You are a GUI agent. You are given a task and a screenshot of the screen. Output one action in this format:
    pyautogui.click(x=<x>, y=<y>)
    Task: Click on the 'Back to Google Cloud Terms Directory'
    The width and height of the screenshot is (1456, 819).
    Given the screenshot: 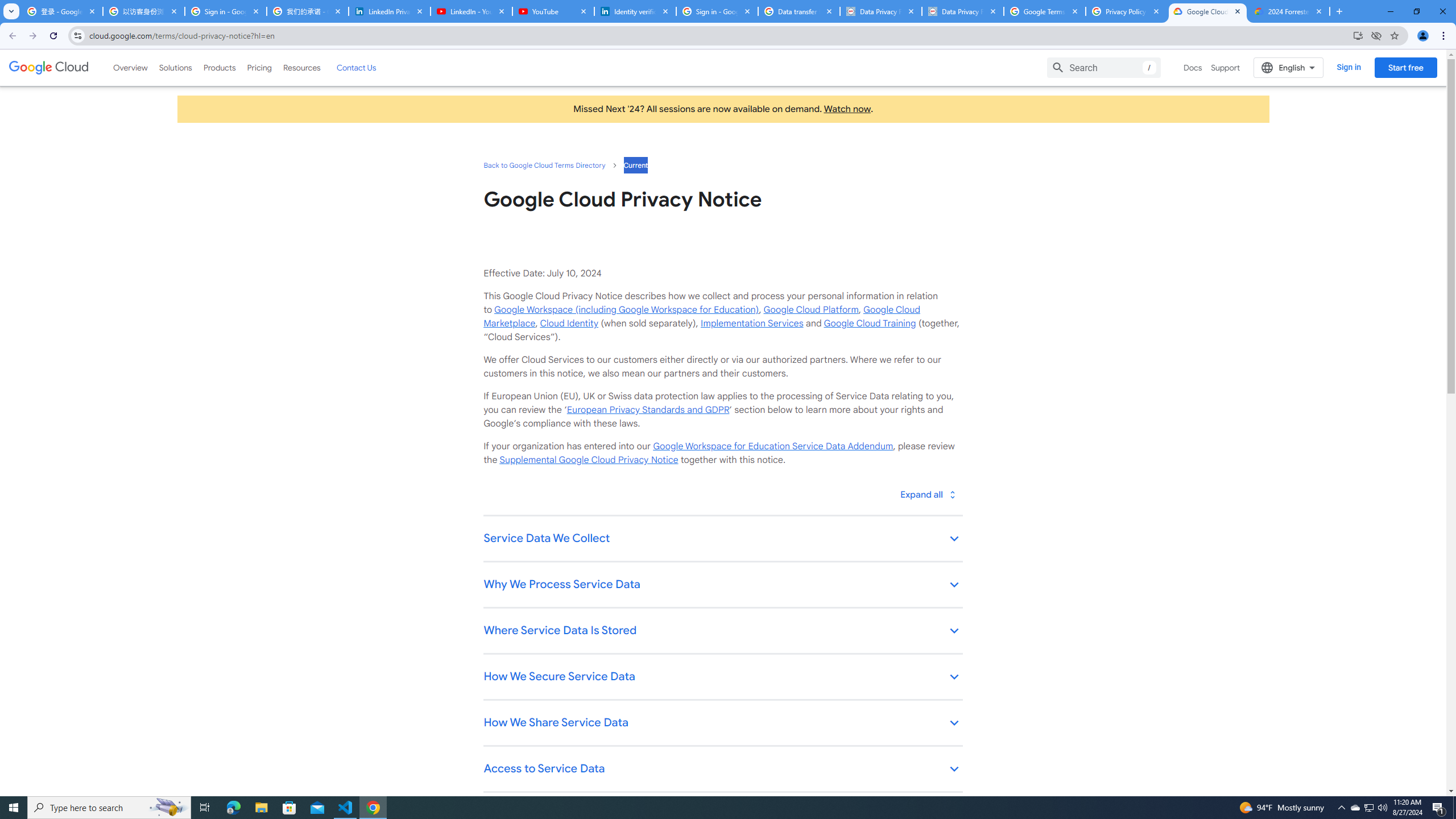 What is the action you would take?
    pyautogui.click(x=544, y=165)
    